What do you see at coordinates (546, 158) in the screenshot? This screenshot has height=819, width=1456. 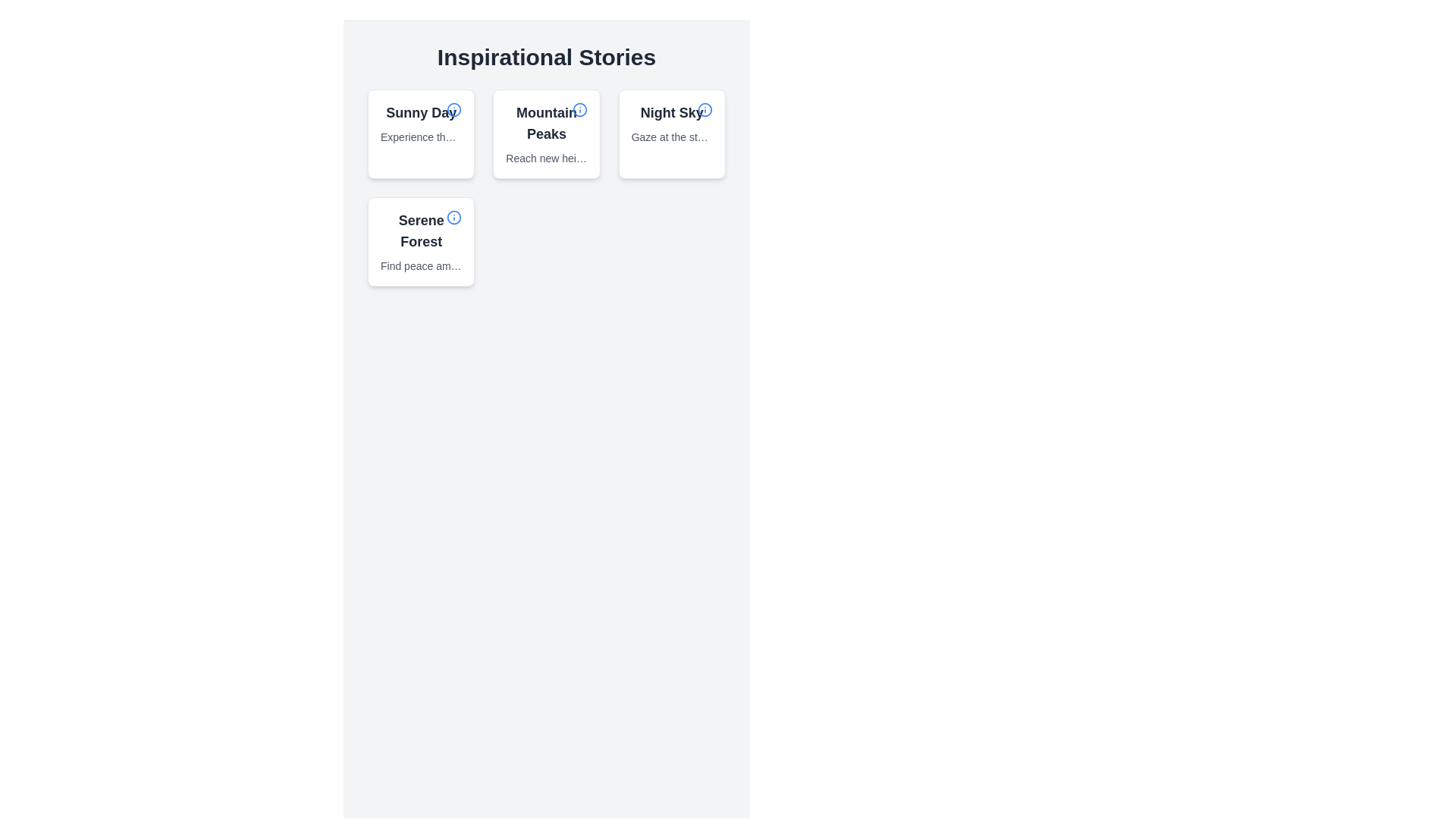 I see `the text content element located in the second card of the grid layout under the heading 'Mountain Peaks', which provides a brief preview or description enticing the user` at bounding box center [546, 158].